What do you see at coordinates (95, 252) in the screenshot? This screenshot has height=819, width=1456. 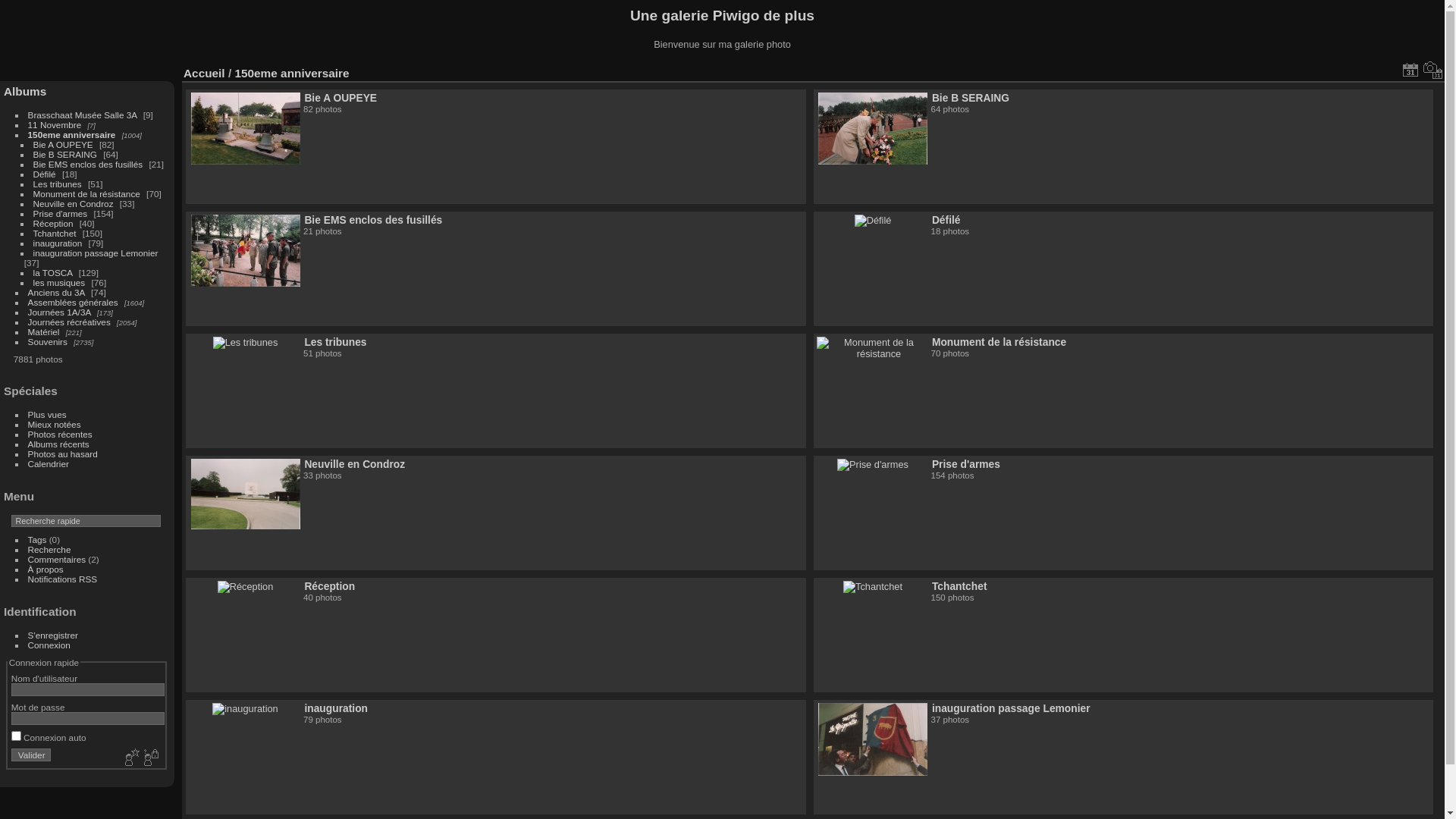 I see `'inauguration passage Lemonier'` at bounding box center [95, 252].